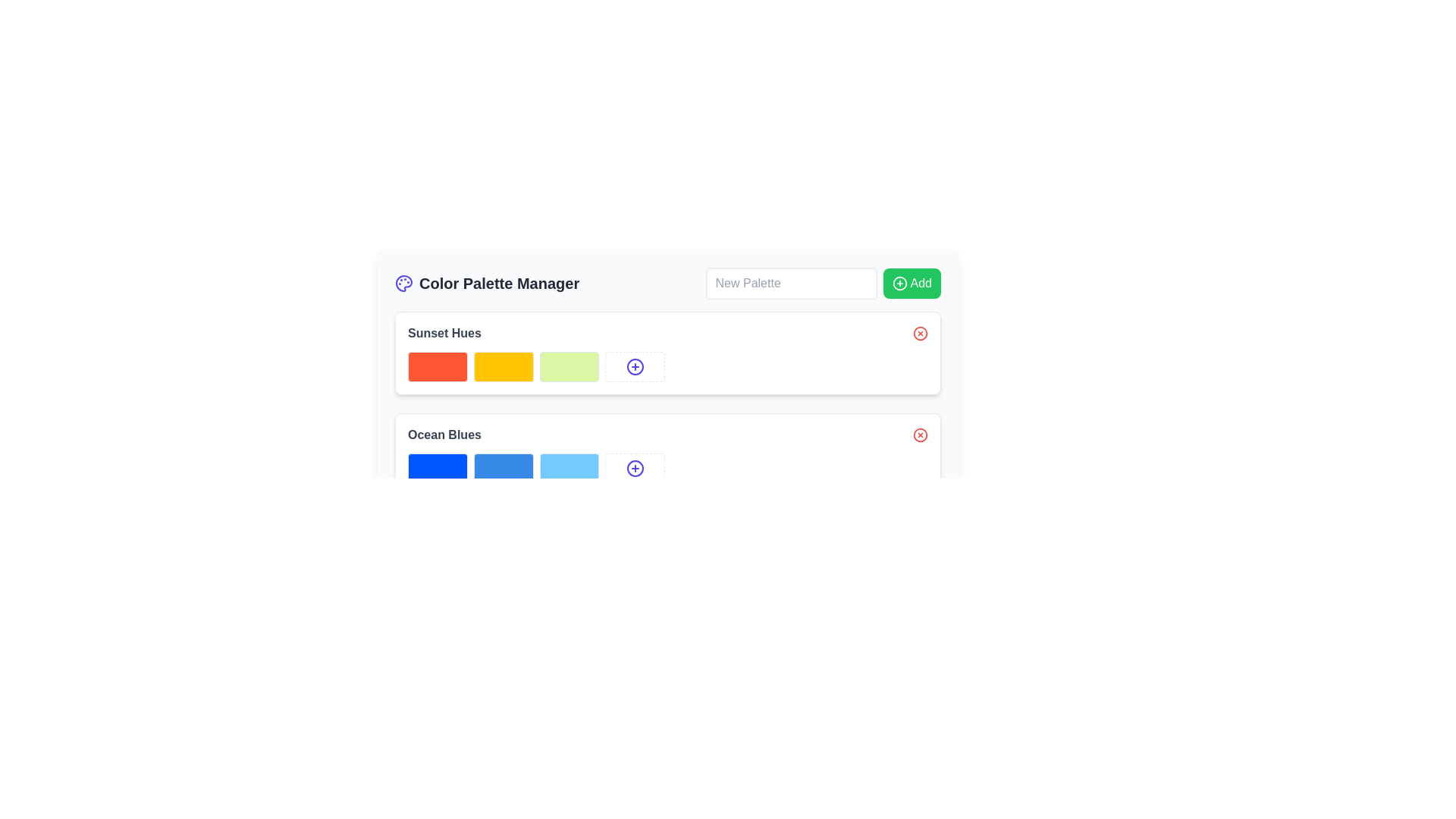 Image resolution: width=1456 pixels, height=819 pixels. Describe the element at coordinates (437, 467) in the screenshot. I see `the first color swatch representing blue in the 'Ocean Blues' palette` at that location.